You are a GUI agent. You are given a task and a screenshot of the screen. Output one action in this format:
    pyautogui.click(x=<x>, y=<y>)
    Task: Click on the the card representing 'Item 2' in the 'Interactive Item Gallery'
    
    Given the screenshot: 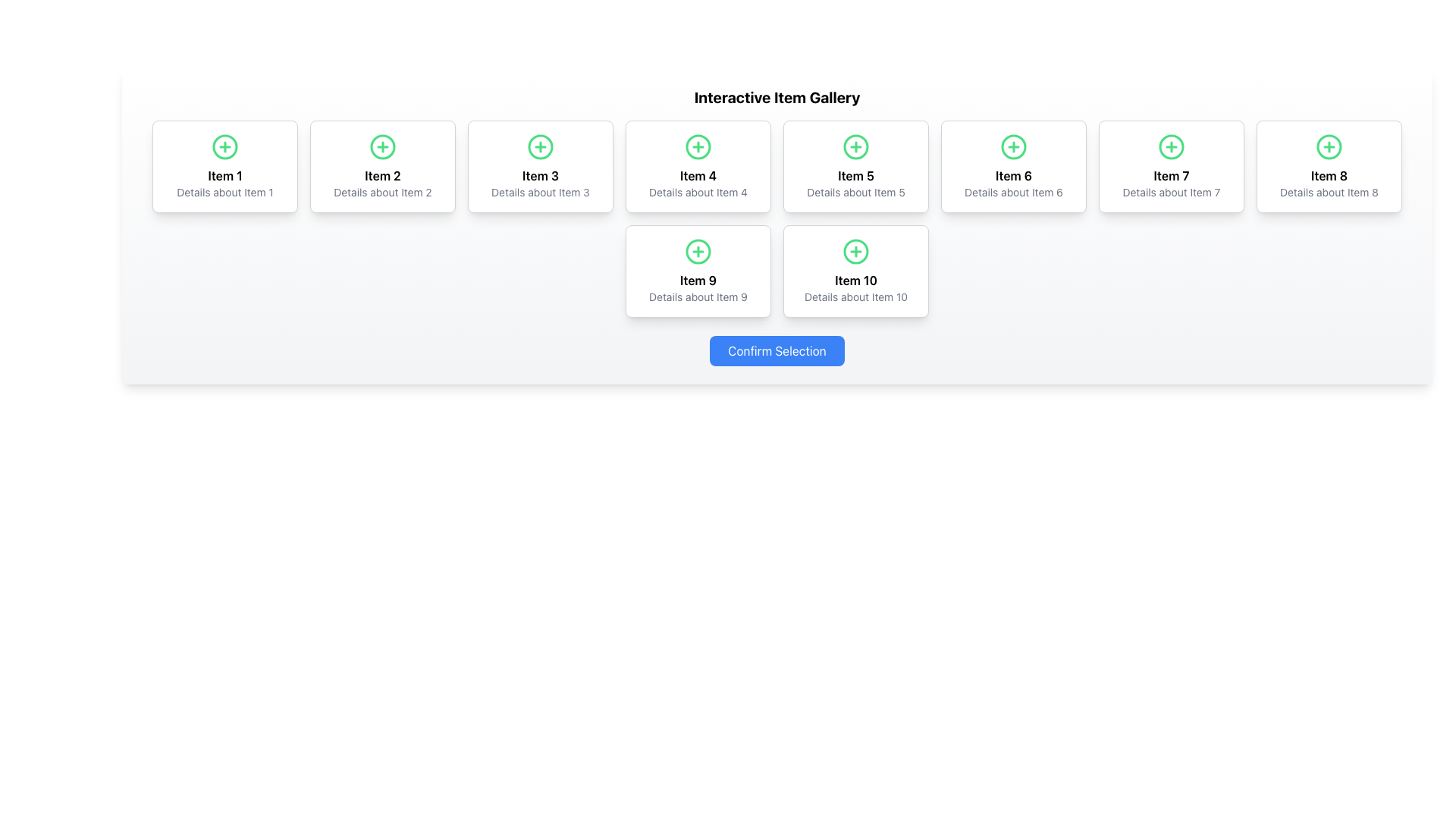 What is the action you would take?
    pyautogui.click(x=382, y=166)
    